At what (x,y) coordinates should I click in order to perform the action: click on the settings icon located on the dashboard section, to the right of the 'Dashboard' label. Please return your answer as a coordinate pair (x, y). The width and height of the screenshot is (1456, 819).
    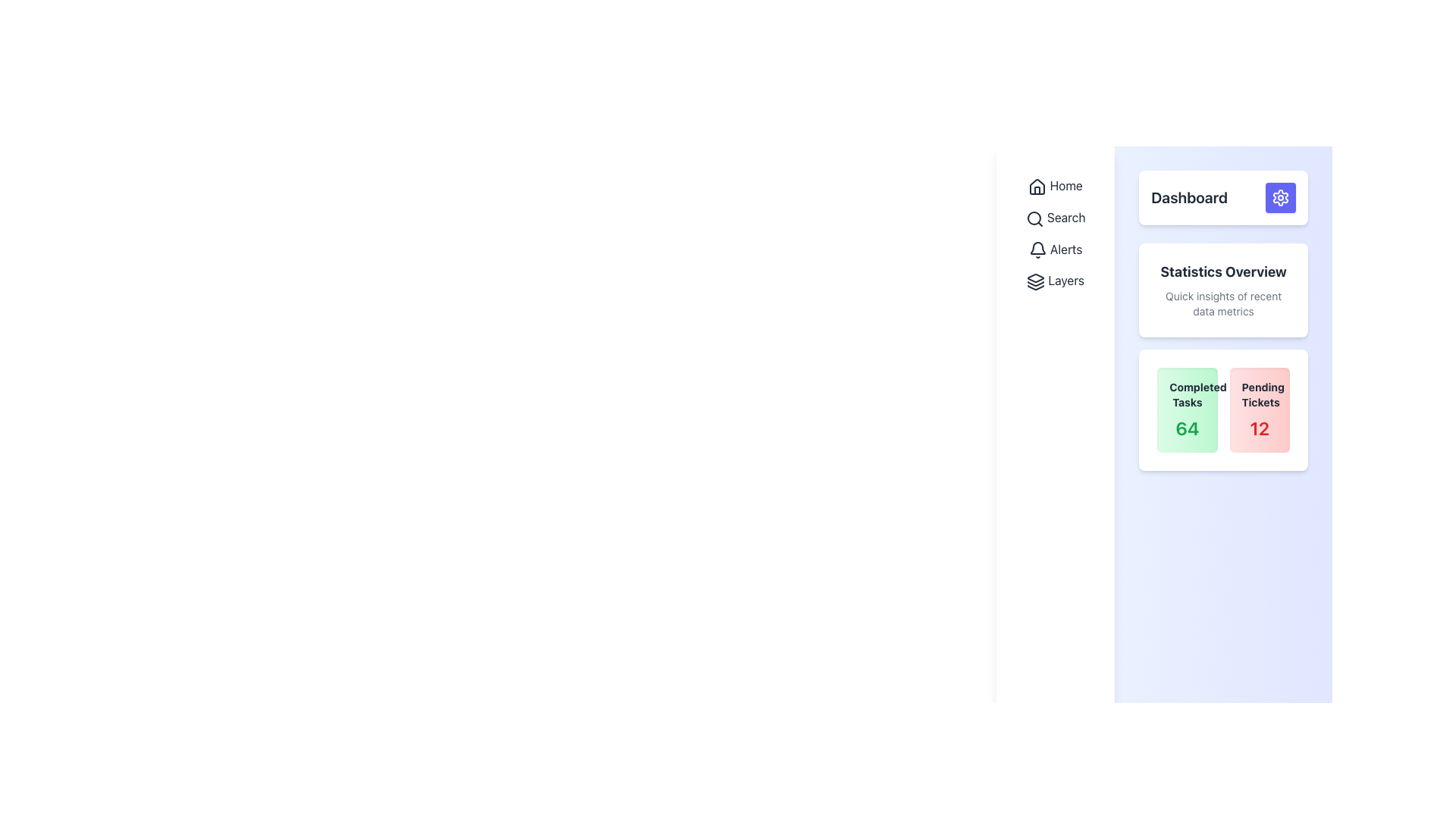
    Looking at the image, I should click on (1280, 197).